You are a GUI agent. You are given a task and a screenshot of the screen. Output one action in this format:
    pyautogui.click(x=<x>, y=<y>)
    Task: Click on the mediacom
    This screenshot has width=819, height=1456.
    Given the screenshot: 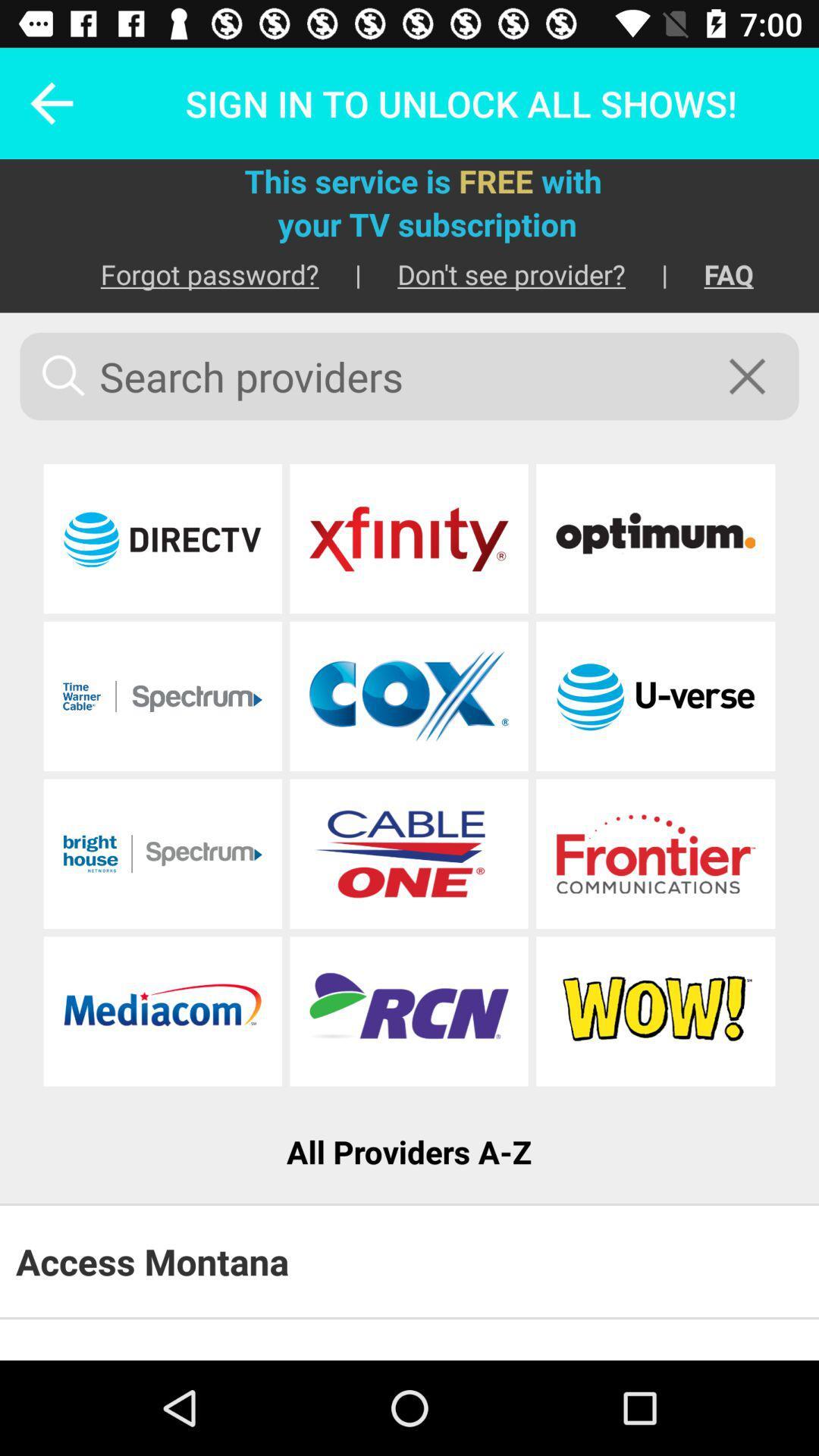 What is the action you would take?
    pyautogui.click(x=162, y=1011)
    